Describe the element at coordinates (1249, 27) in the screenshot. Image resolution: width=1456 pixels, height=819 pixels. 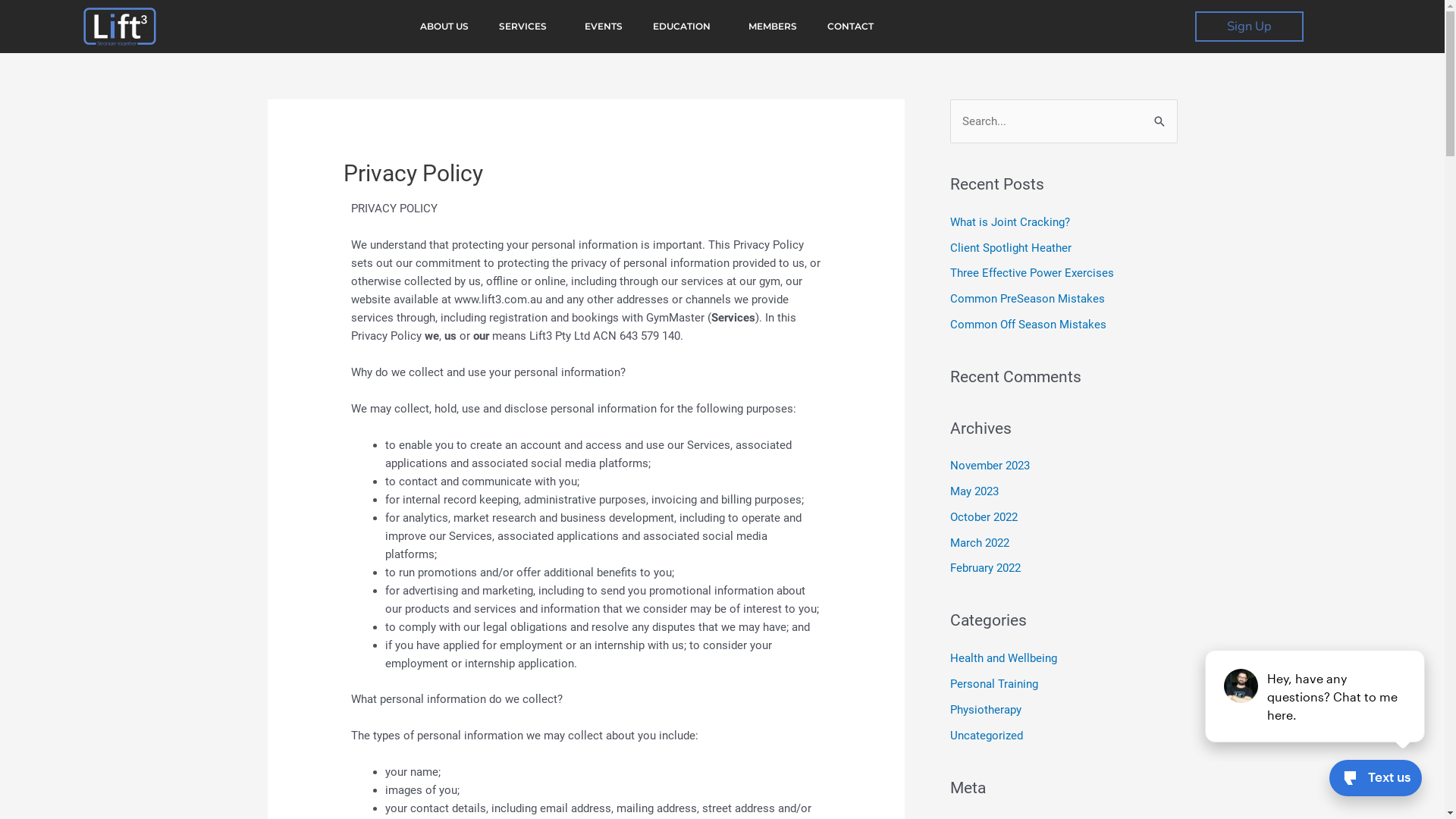
I see `'Sign Up'` at that location.